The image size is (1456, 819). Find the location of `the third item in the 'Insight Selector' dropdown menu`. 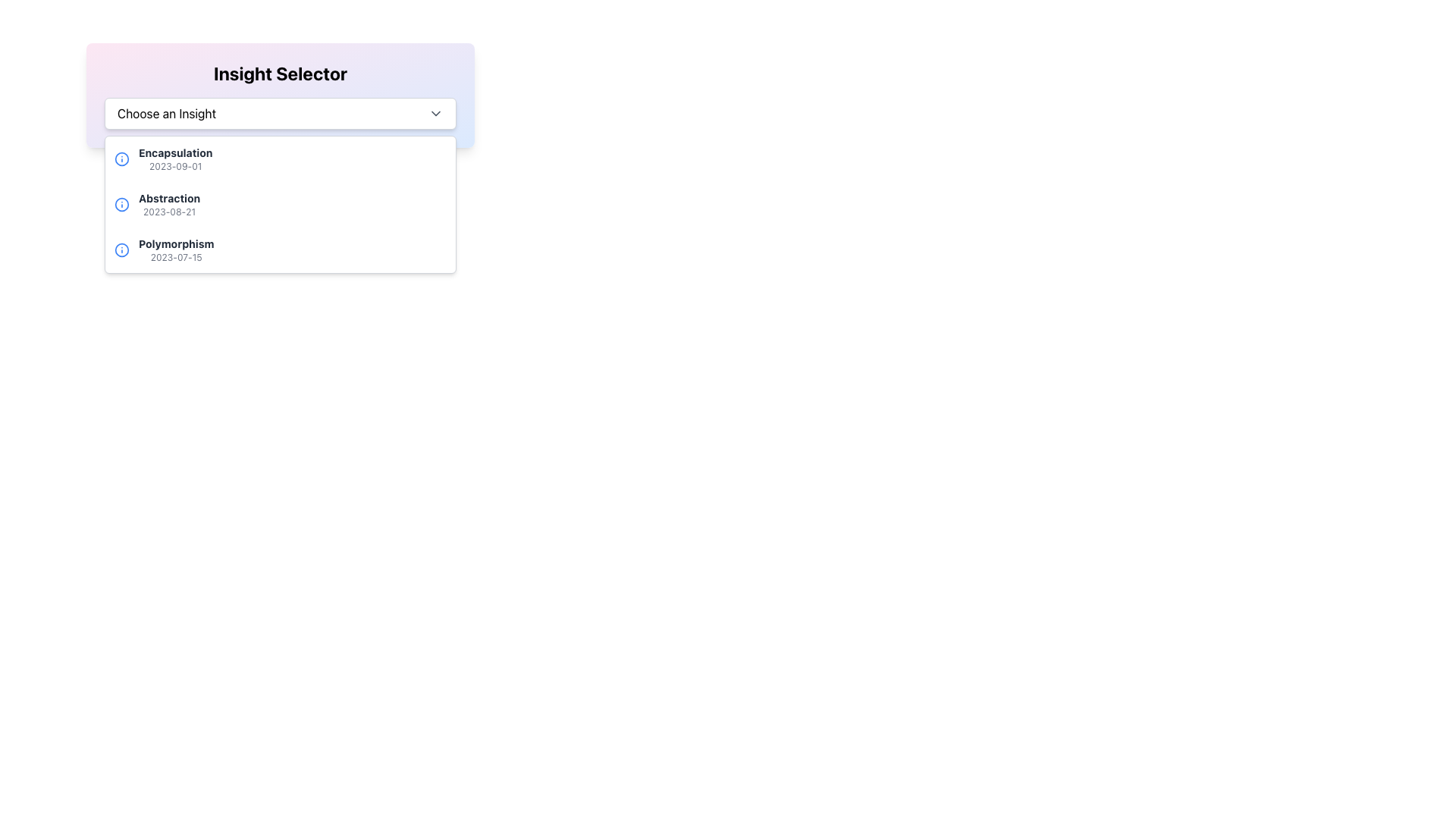

the third item in the 'Insight Selector' dropdown menu is located at coordinates (176, 249).